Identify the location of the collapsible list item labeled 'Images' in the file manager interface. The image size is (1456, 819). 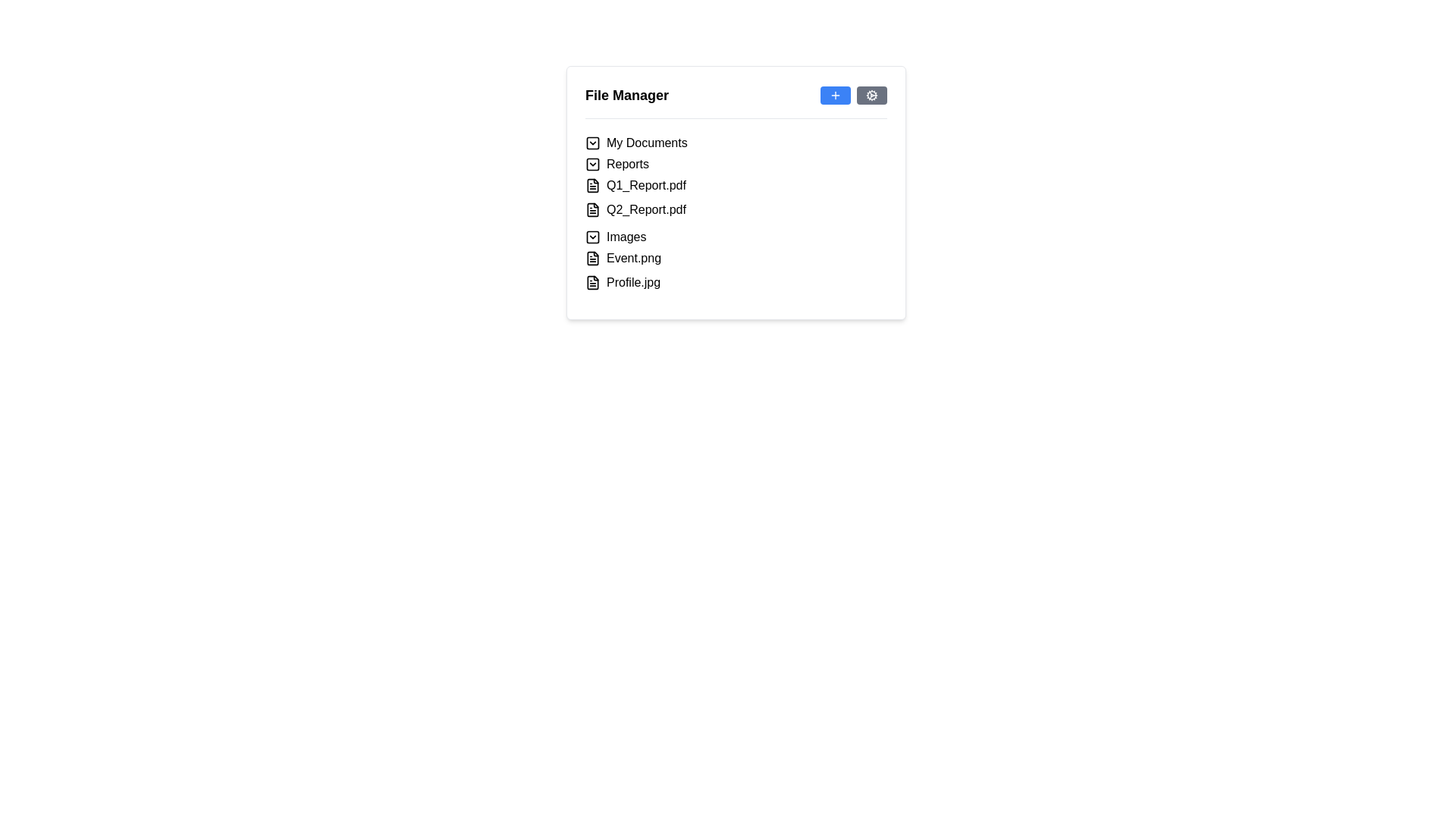
(736, 237).